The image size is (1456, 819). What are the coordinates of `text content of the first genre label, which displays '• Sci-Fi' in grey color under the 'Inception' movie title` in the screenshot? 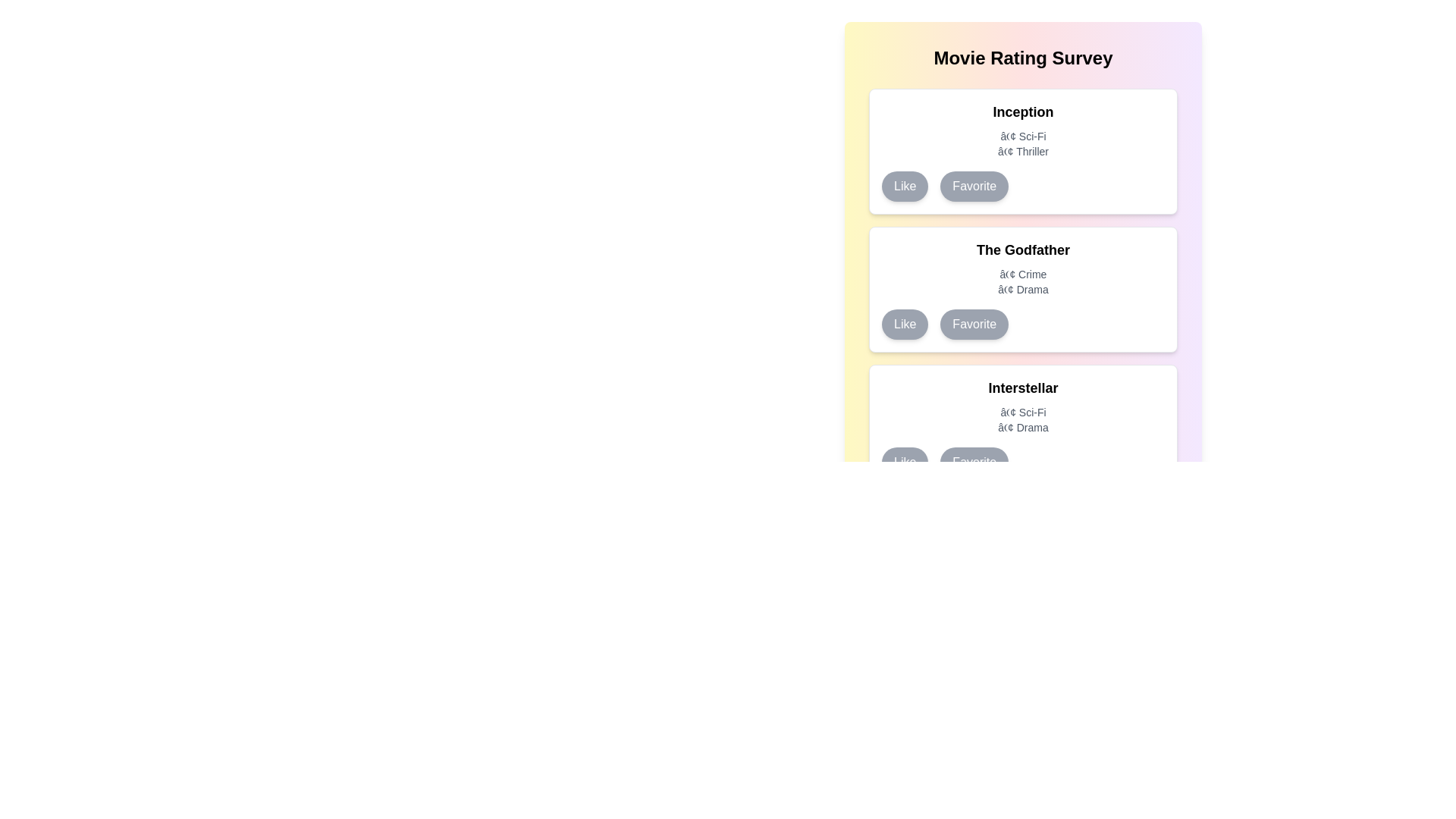 It's located at (1023, 136).